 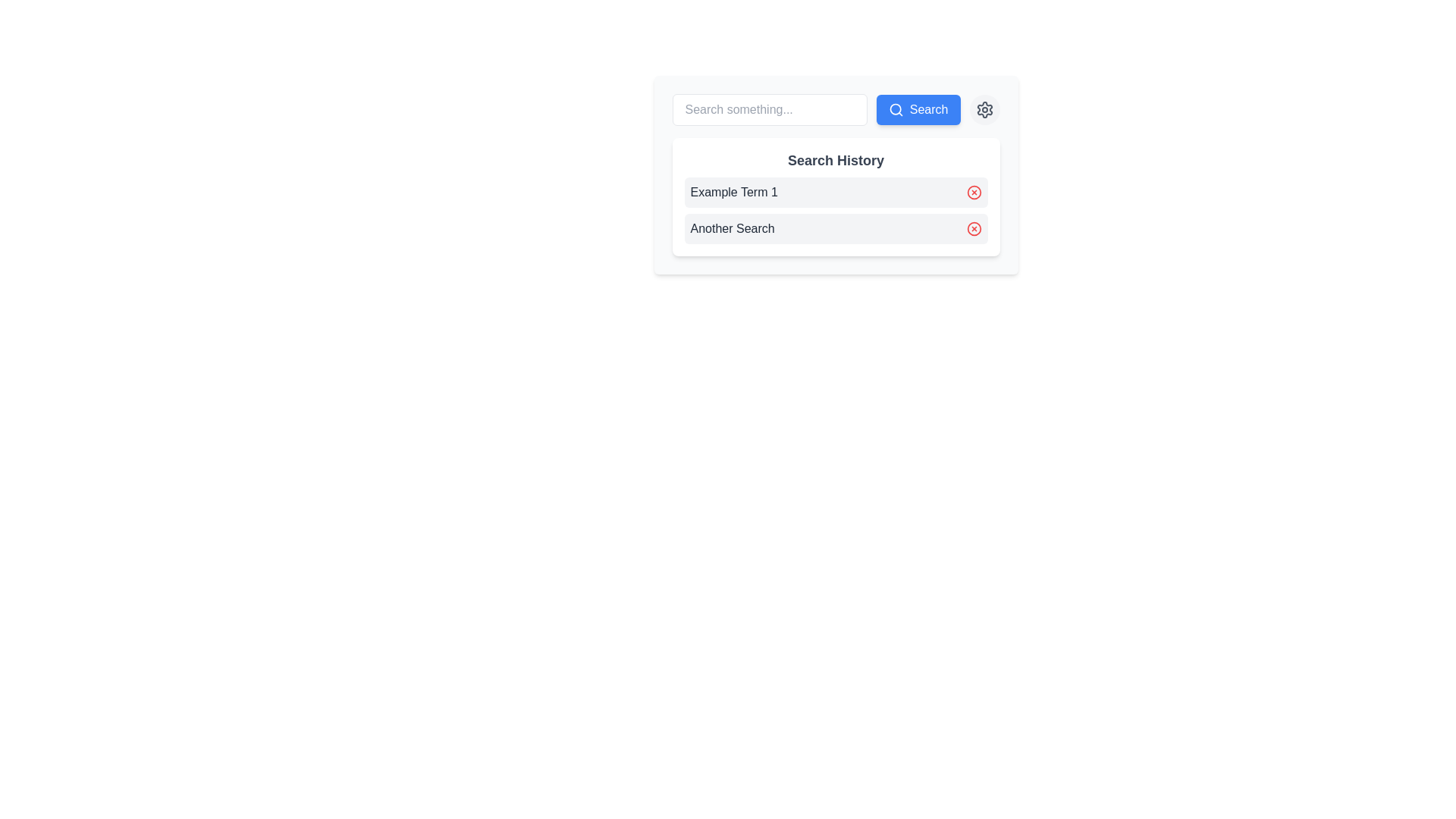 What do you see at coordinates (927, 109) in the screenshot?
I see `the text label inside the blue button located at the top-right corner of the central panel` at bounding box center [927, 109].